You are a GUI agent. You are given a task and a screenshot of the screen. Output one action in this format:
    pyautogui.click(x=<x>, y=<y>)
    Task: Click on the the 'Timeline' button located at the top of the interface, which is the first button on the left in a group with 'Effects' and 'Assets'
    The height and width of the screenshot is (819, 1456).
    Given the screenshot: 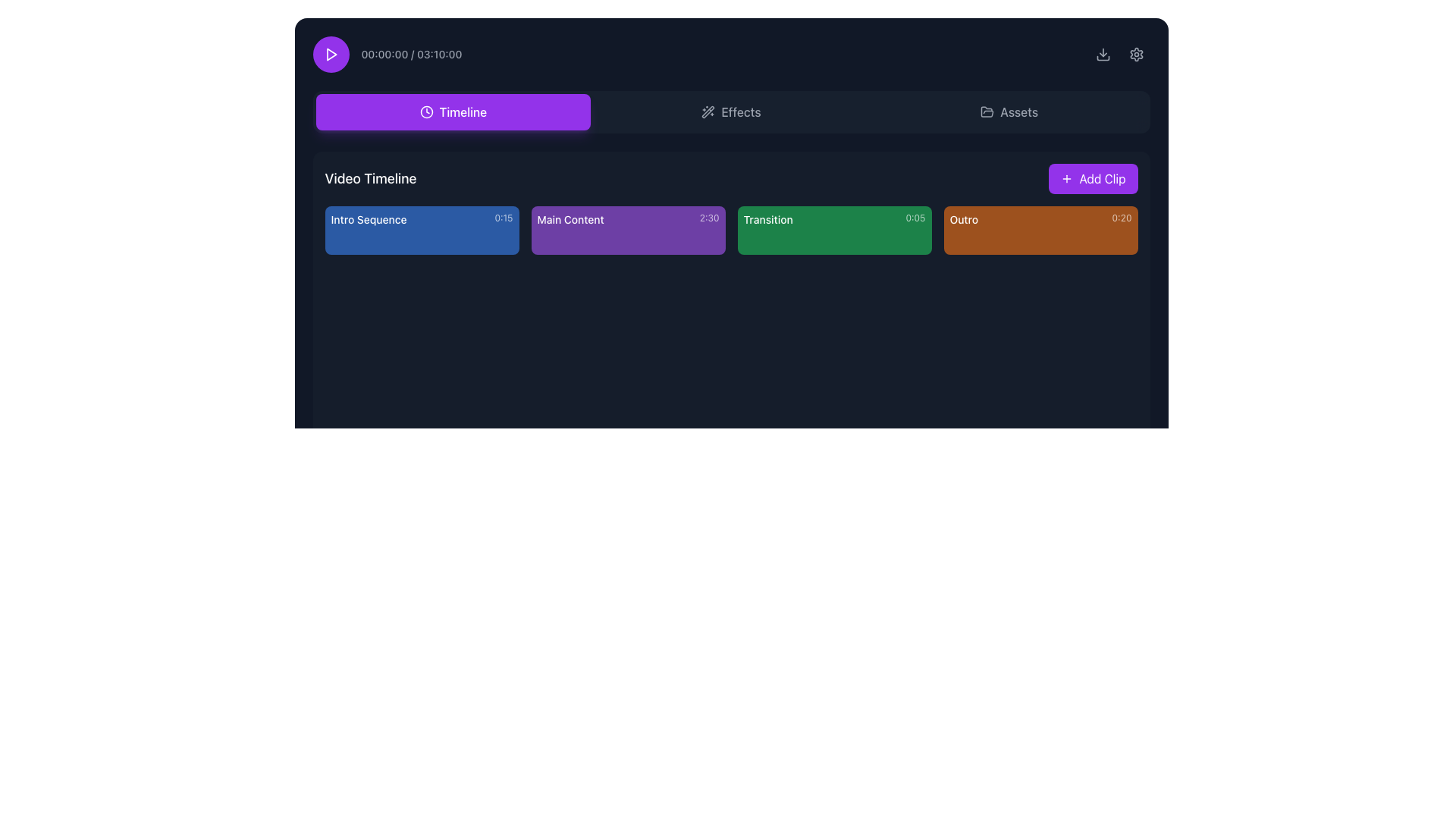 What is the action you would take?
    pyautogui.click(x=452, y=111)
    